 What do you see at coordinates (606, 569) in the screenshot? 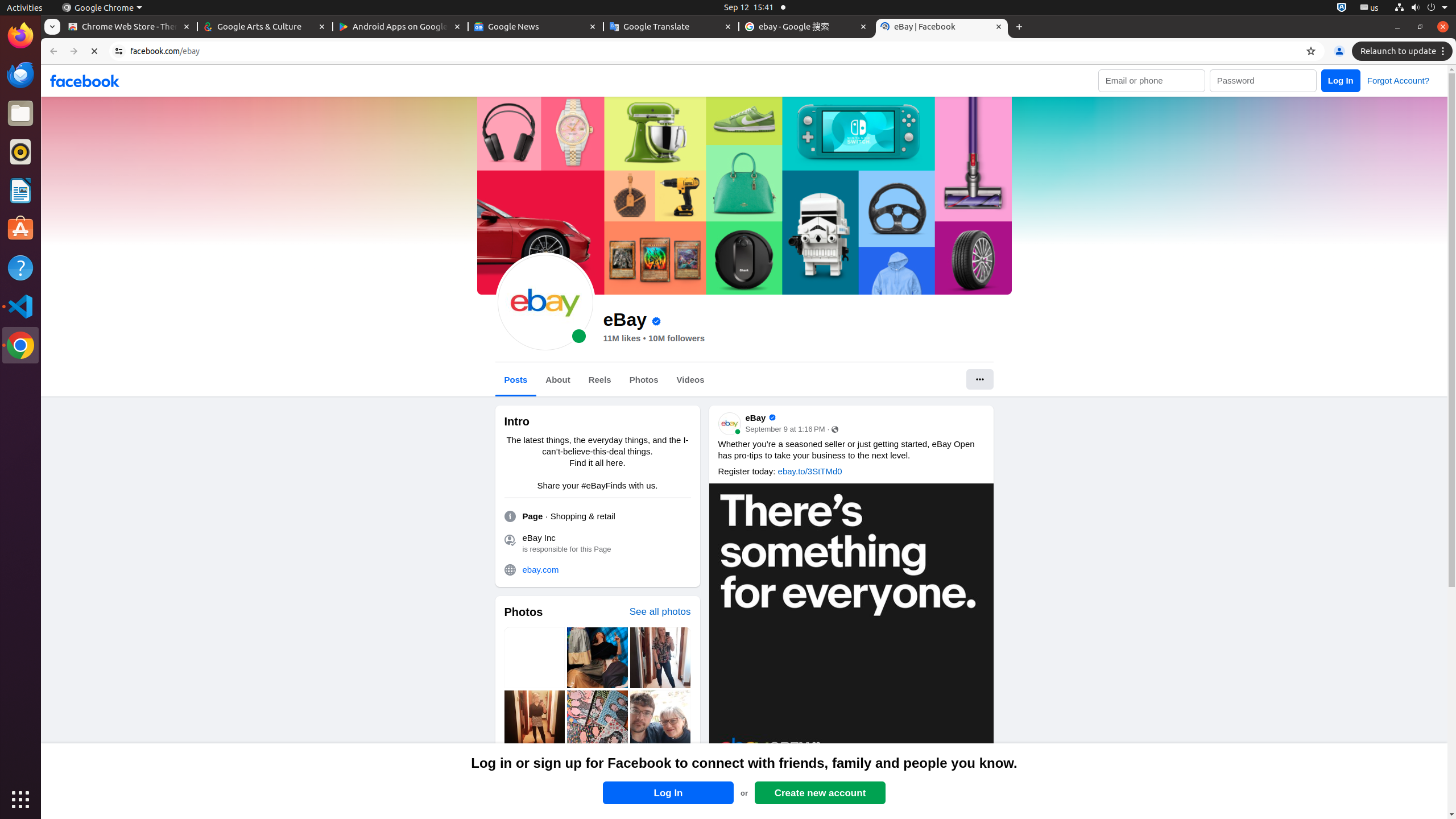
I see `'ebay.com'` at bounding box center [606, 569].